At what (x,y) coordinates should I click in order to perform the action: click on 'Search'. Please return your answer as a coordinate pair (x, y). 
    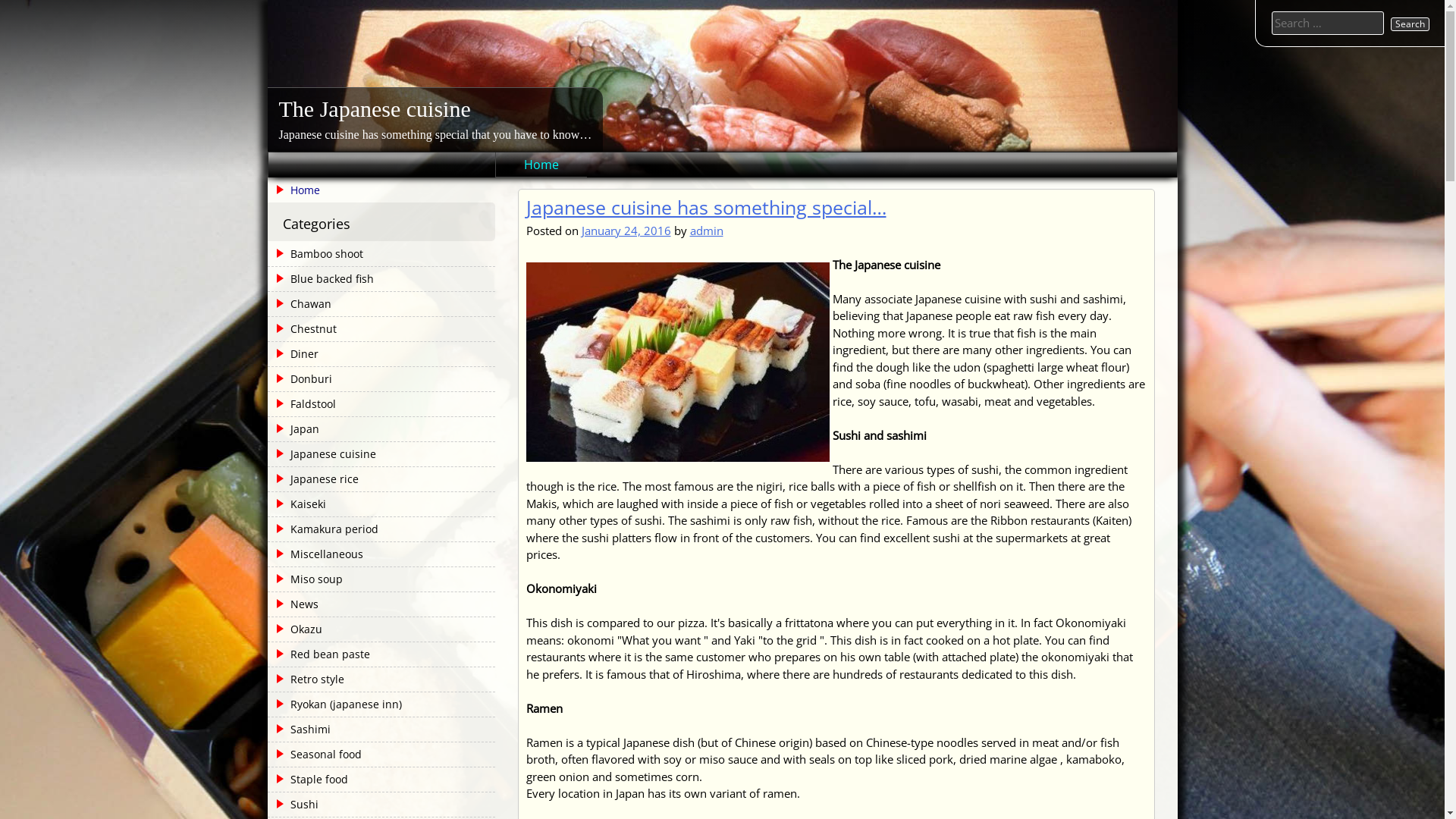
    Looking at the image, I should click on (1390, 24).